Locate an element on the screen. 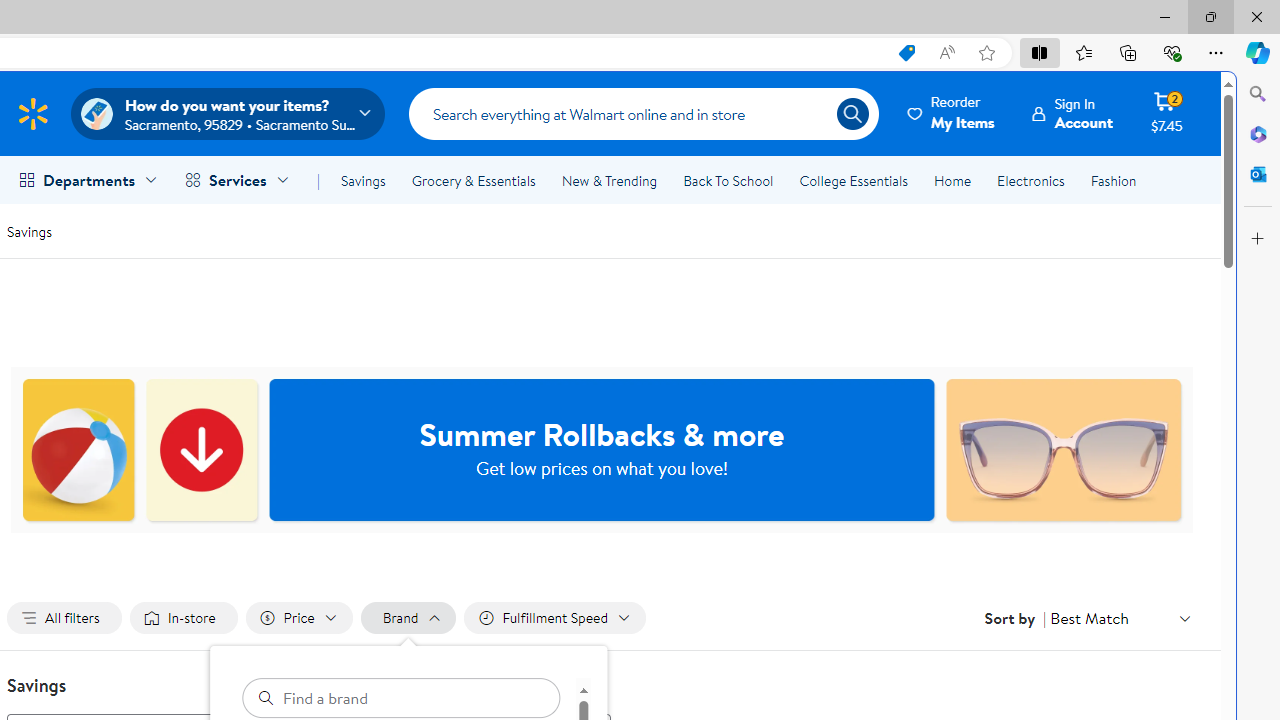  'Walmart Homepage' is located at coordinates (32, 113).